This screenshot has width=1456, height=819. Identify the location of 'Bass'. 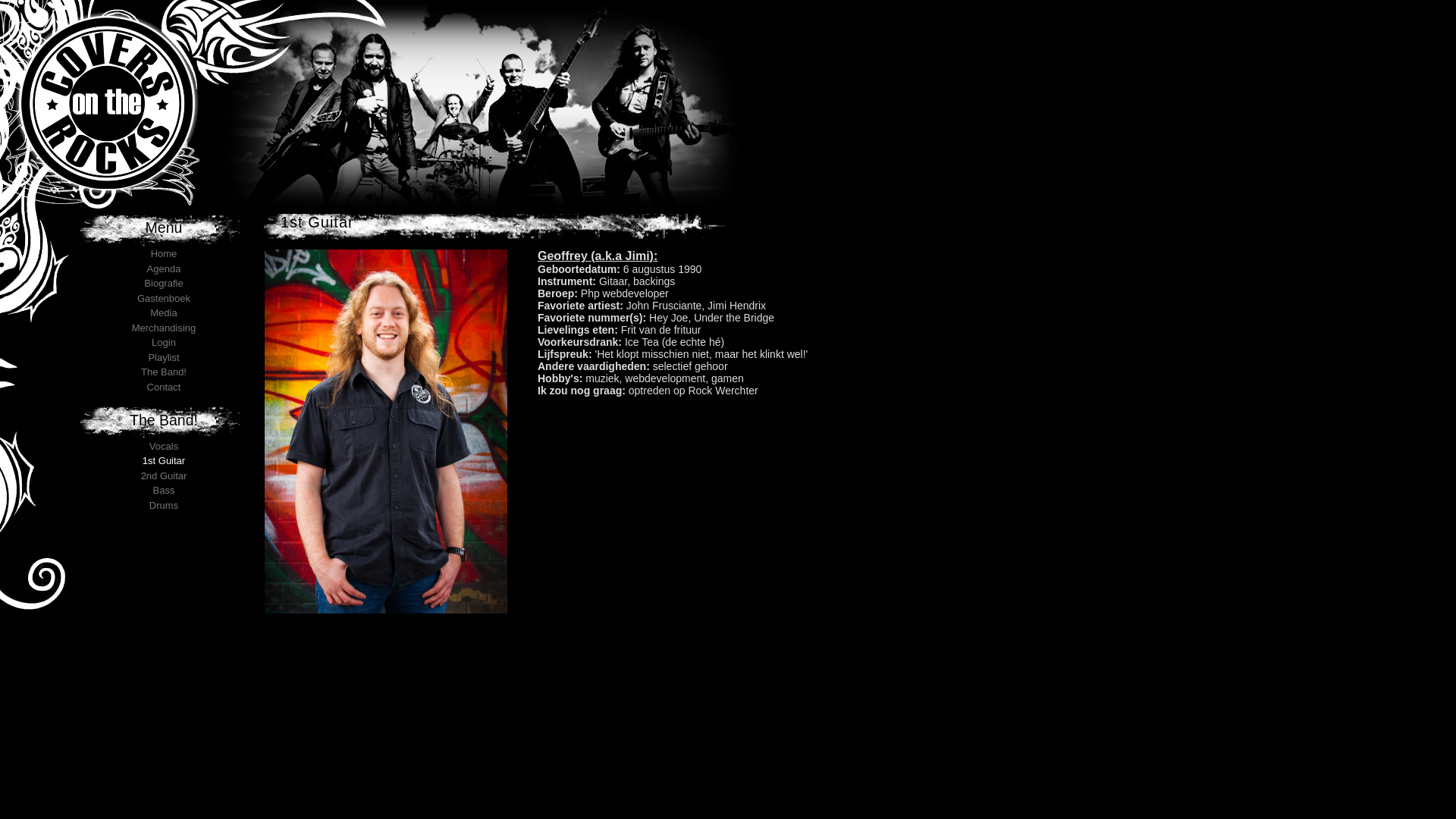
(164, 490).